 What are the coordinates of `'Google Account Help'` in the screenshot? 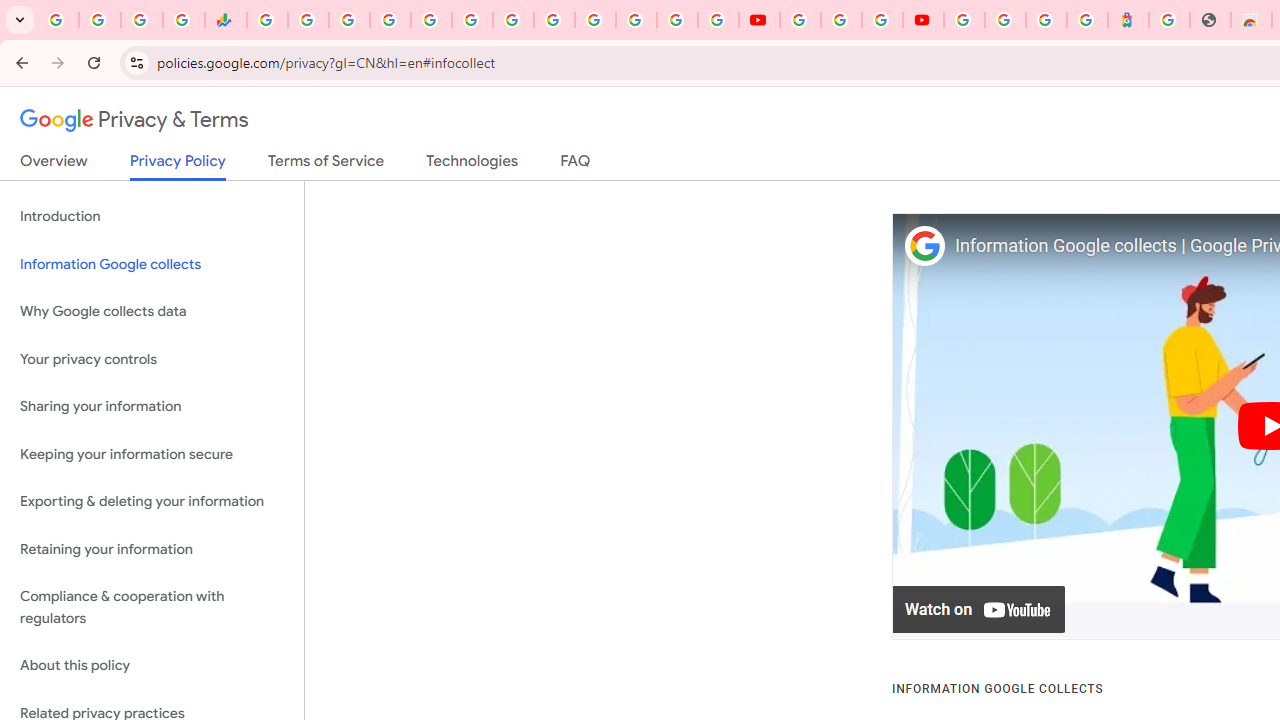 It's located at (840, 20).